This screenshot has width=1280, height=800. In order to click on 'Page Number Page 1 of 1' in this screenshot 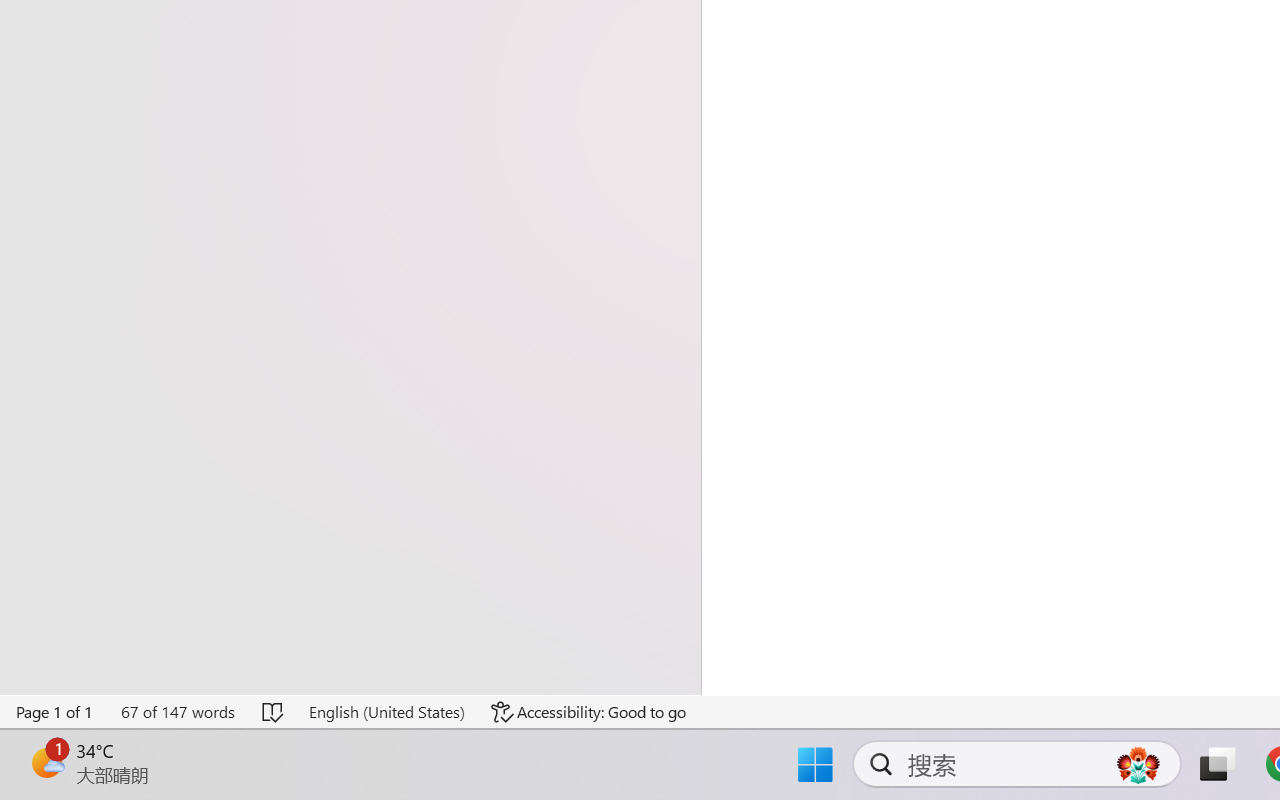, I will do `click(55, 711)`.